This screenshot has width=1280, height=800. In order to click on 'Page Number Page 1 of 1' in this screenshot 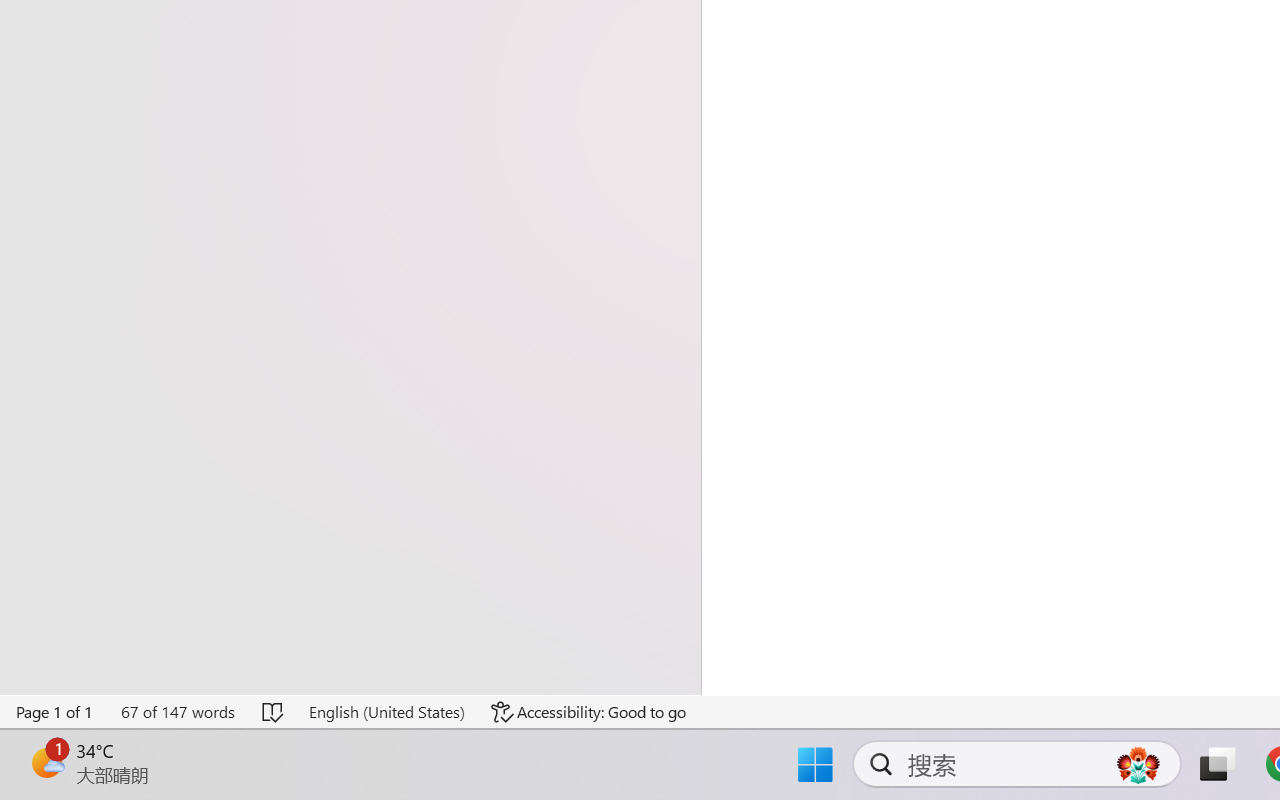, I will do `click(55, 711)`.